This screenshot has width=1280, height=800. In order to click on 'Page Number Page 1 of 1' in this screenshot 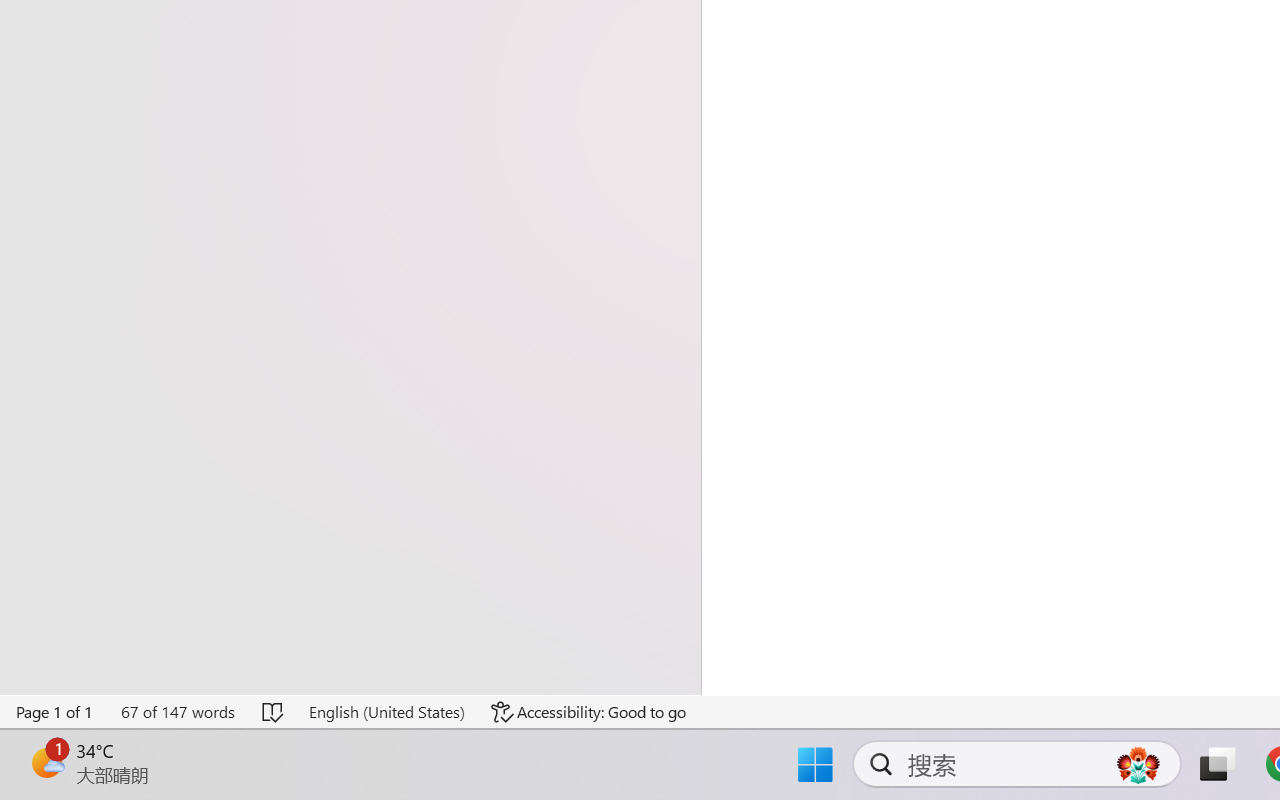, I will do `click(55, 711)`.